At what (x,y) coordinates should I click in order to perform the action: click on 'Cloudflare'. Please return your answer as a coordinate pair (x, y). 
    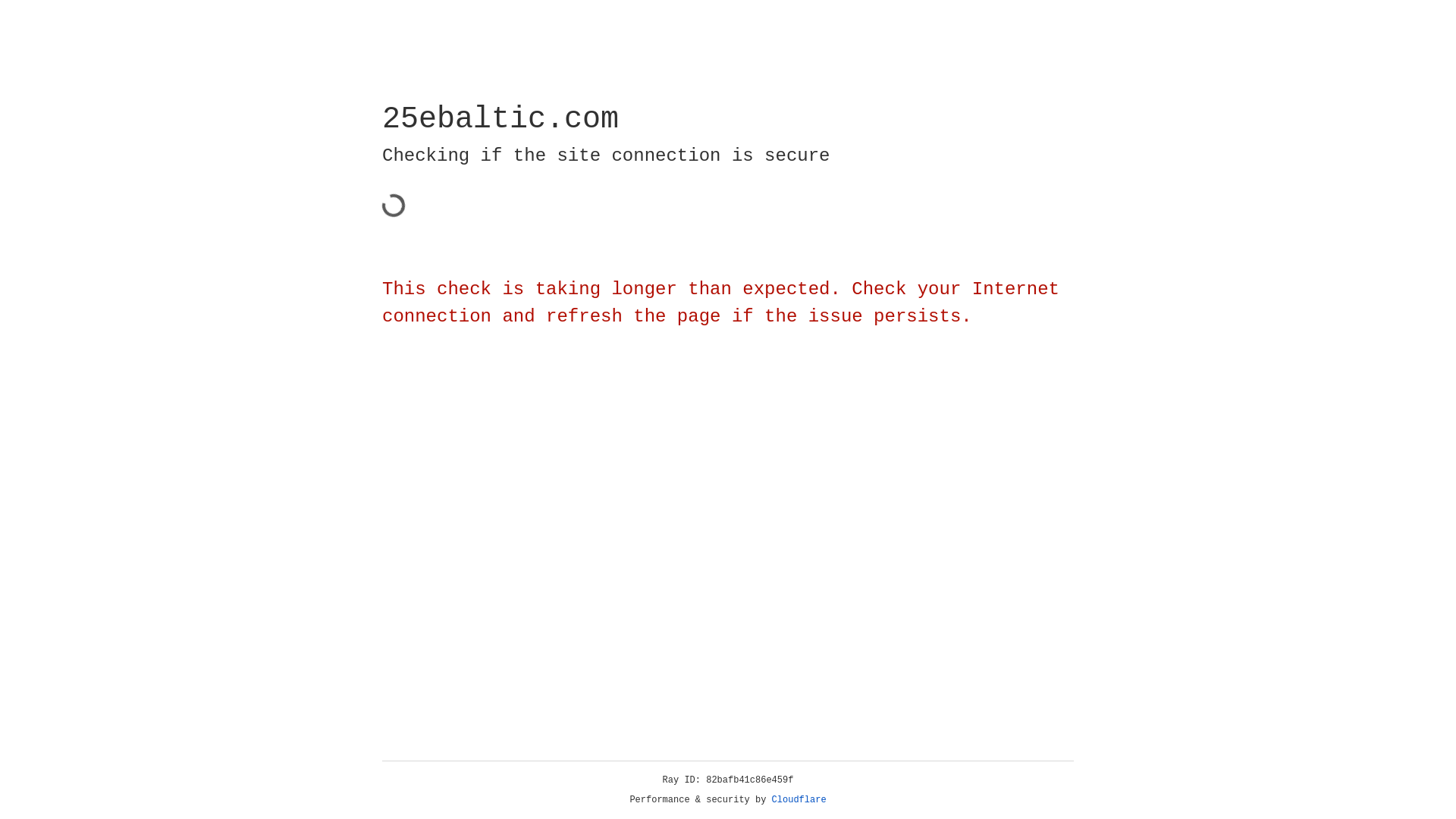
    Looking at the image, I should click on (799, 799).